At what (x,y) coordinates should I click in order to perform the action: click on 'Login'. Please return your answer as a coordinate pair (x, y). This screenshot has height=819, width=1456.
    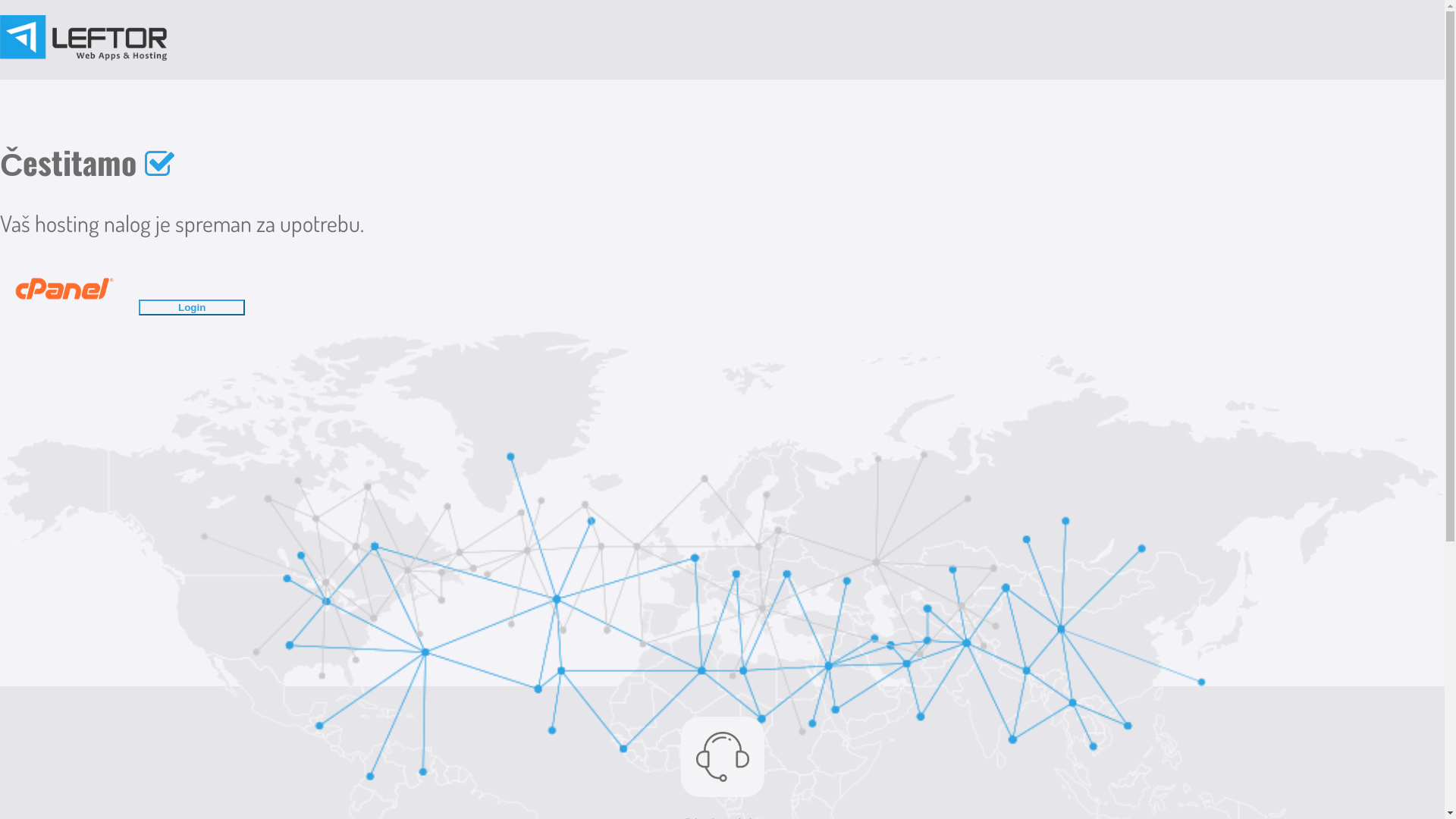
    Looking at the image, I should click on (199, 303).